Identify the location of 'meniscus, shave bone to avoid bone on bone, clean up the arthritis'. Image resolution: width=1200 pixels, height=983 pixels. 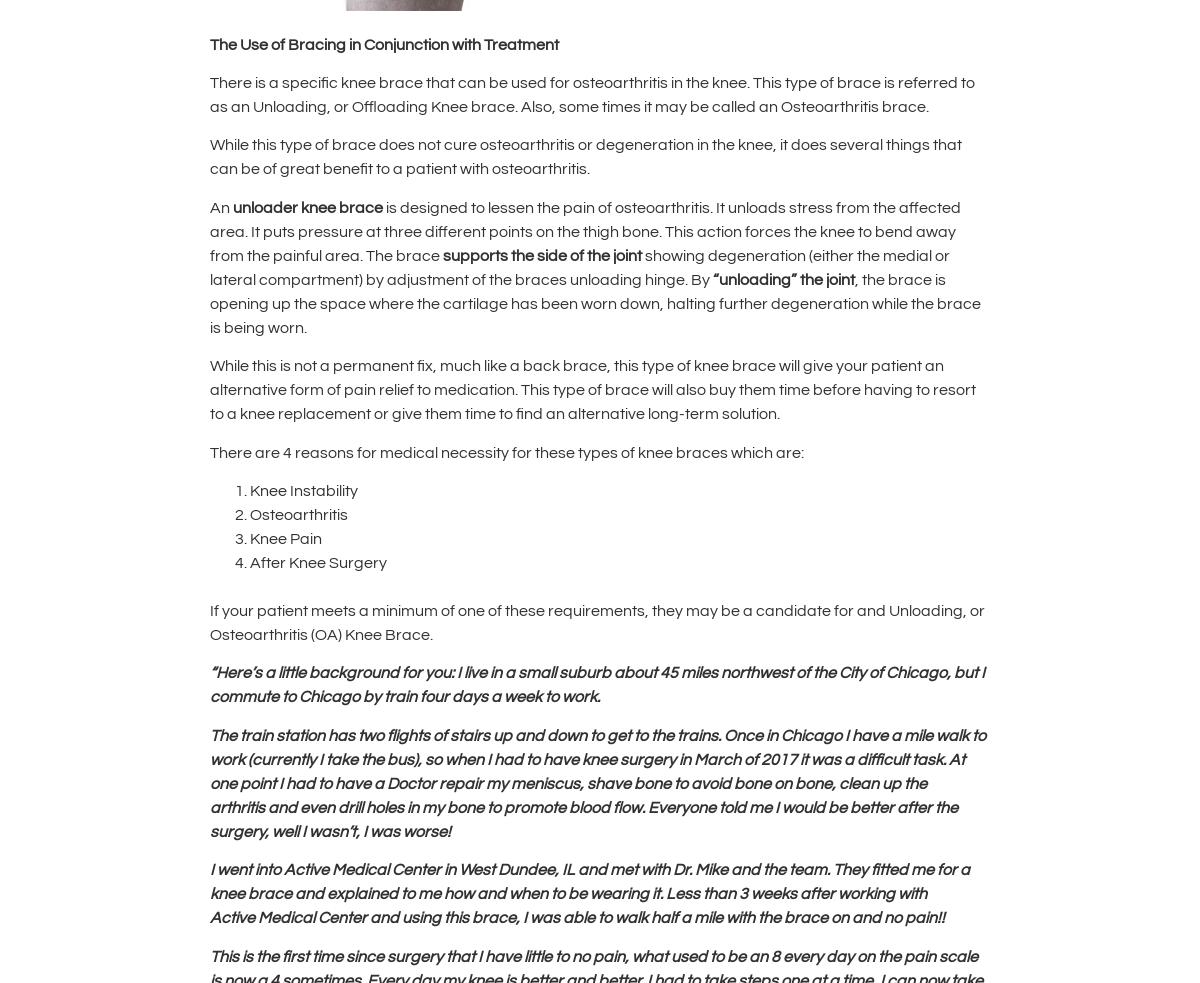
(209, 793).